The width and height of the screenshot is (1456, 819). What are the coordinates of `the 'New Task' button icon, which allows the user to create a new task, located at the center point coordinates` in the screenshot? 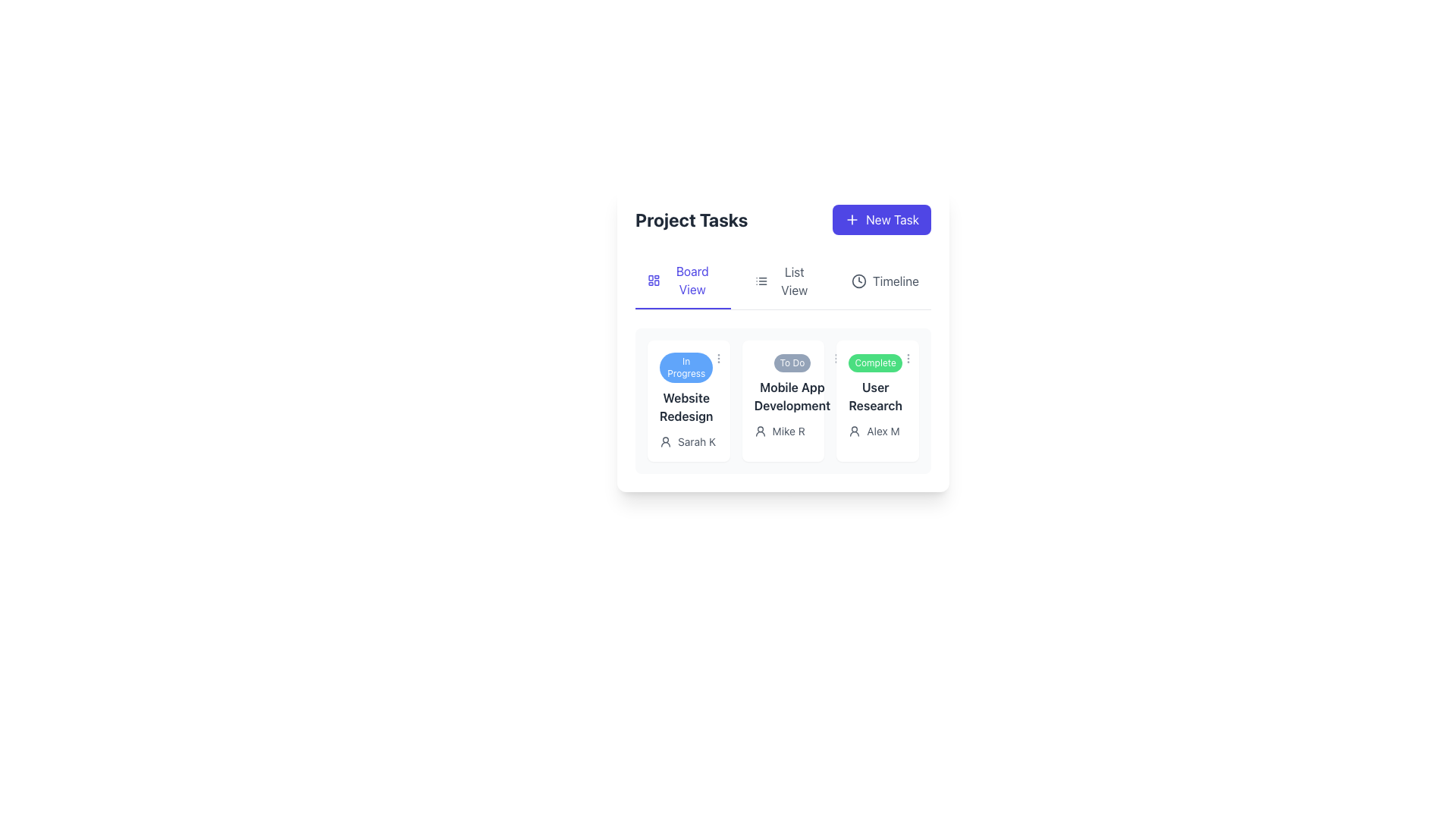 It's located at (852, 219).